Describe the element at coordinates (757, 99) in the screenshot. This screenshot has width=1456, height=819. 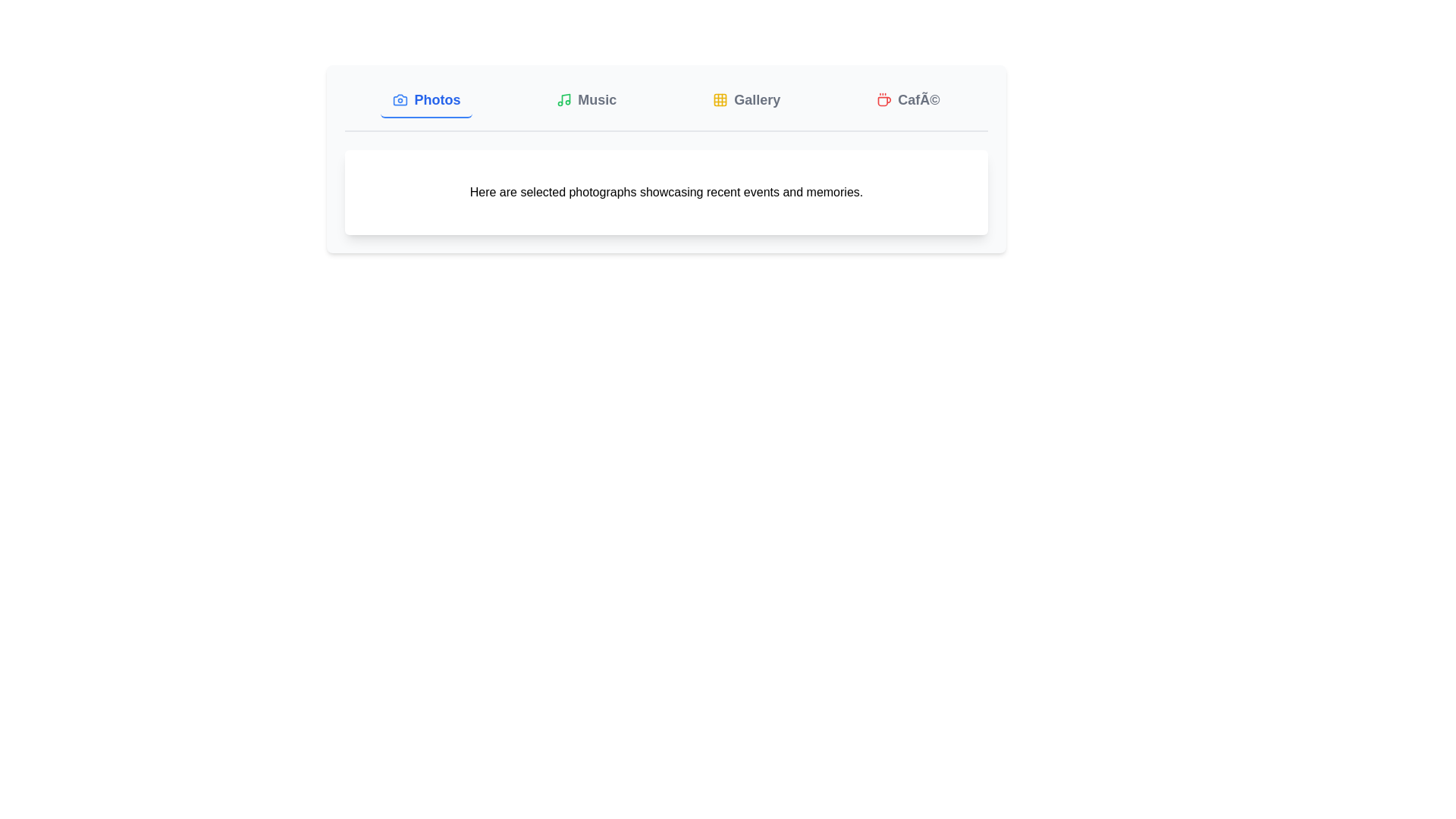
I see `'Gallery' text label located in the horizontal navigation bar, which is the third item from the left, following 'Photos' and 'Music.'` at that location.